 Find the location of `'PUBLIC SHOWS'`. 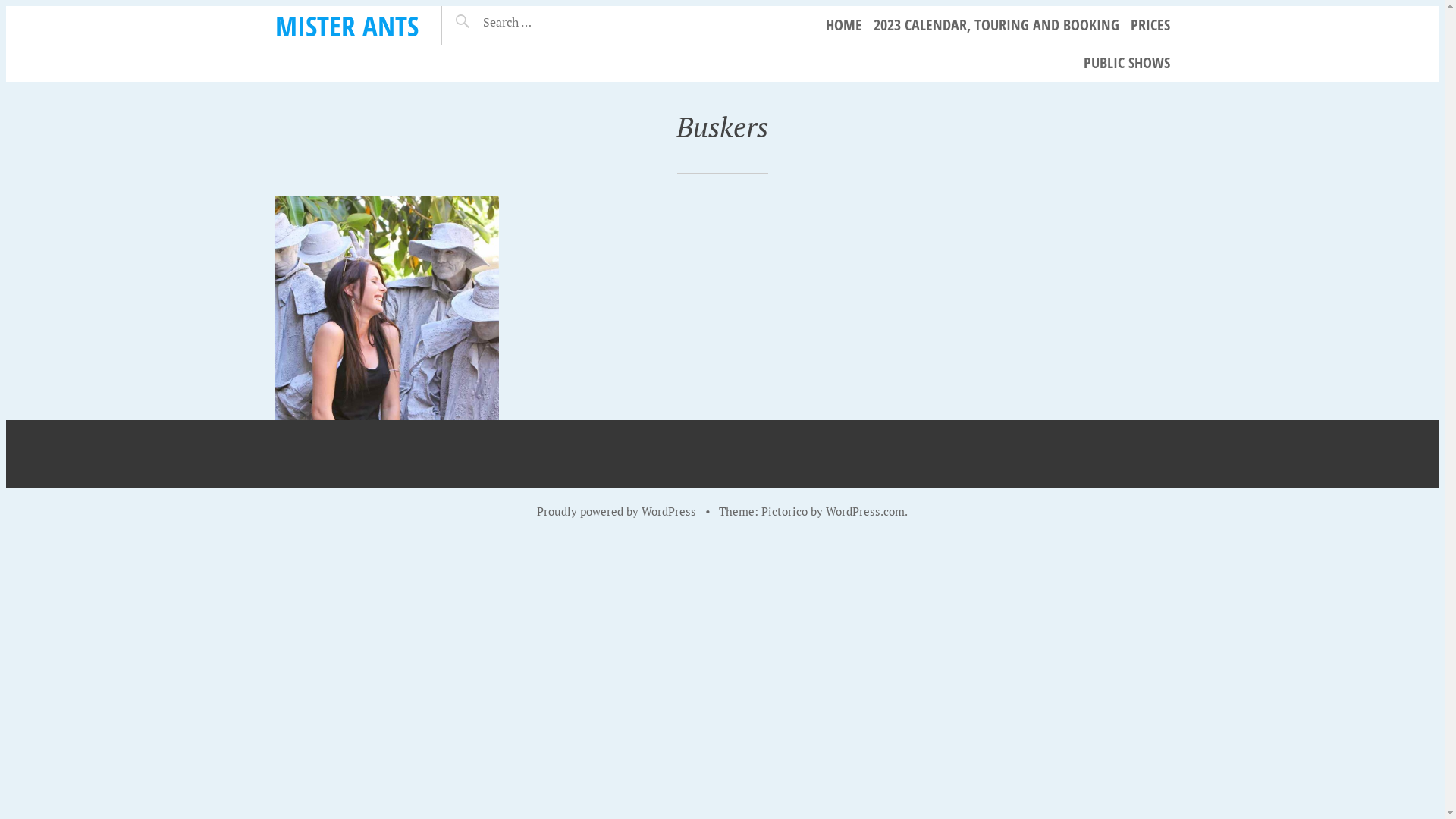

'PUBLIC SHOWS' is located at coordinates (1125, 62).